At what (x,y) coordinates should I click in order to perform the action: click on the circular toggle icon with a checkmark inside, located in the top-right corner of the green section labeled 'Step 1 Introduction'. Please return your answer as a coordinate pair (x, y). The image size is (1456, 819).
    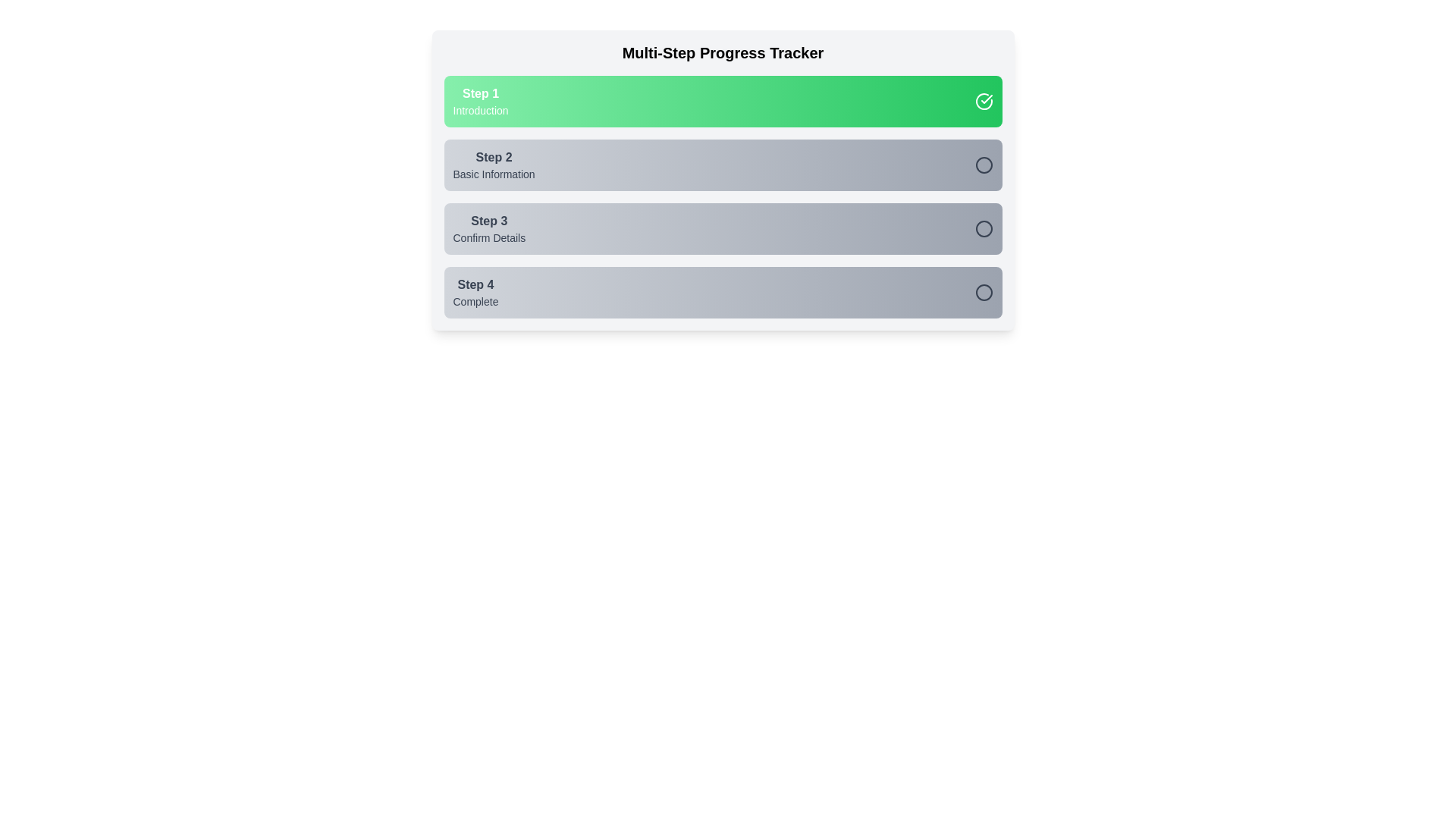
    Looking at the image, I should click on (984, 102).